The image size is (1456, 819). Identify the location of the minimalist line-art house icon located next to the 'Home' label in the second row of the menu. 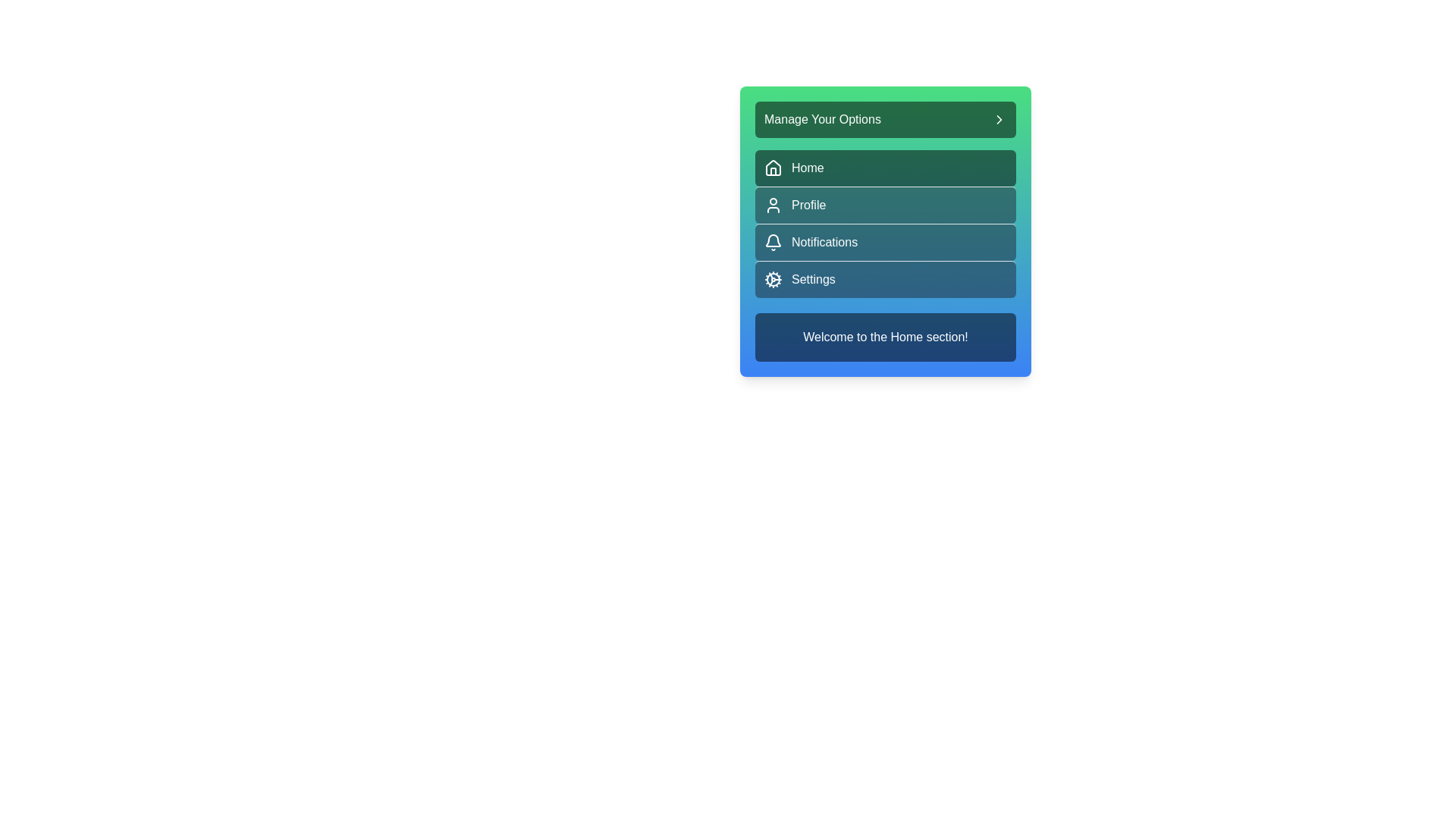
(773, 167).